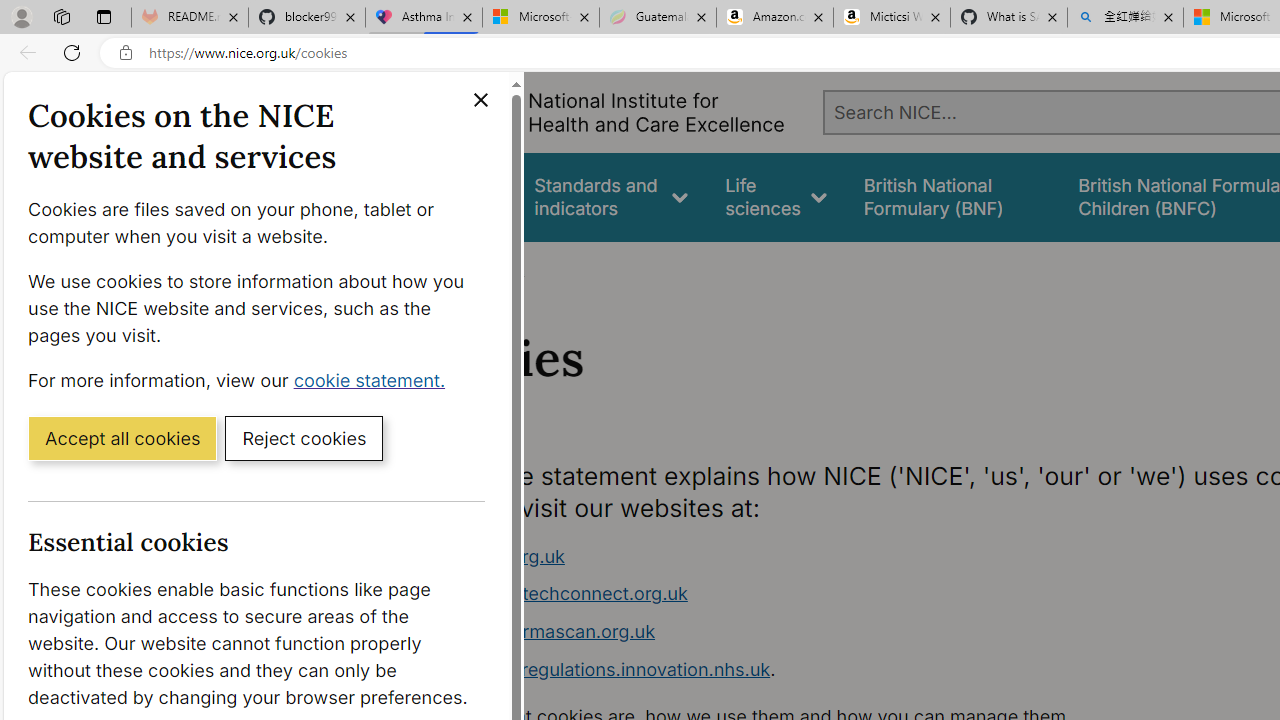 Image resolution: width=1280 pixels, height=720 pixels. Describe the element at coordinates (373, 379) in the screenshot. I see `'cookie statement. (Opens in a new window)'` at that location.